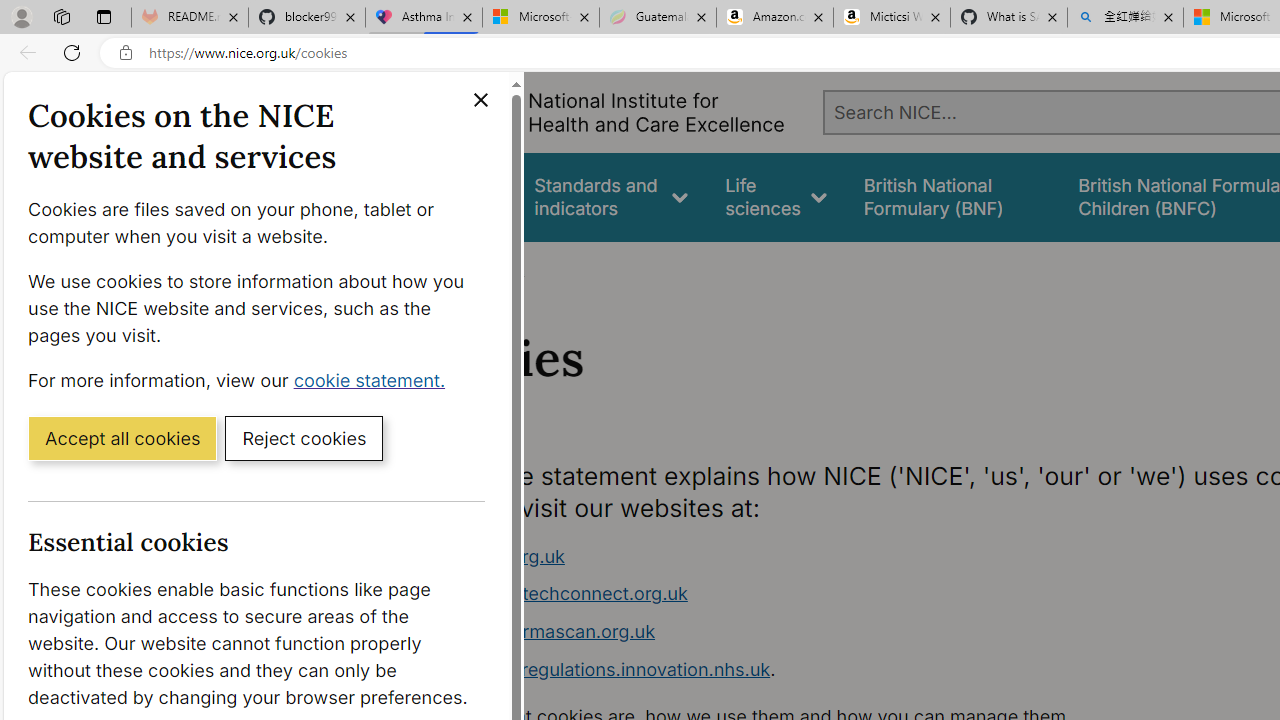 Image resolution: width=1280 pixels, height=720 pixels. Describe the element at coordinates (373, 379) in the screenshot. I see `'cookie statement. (Opens in a new window)'` at that location.